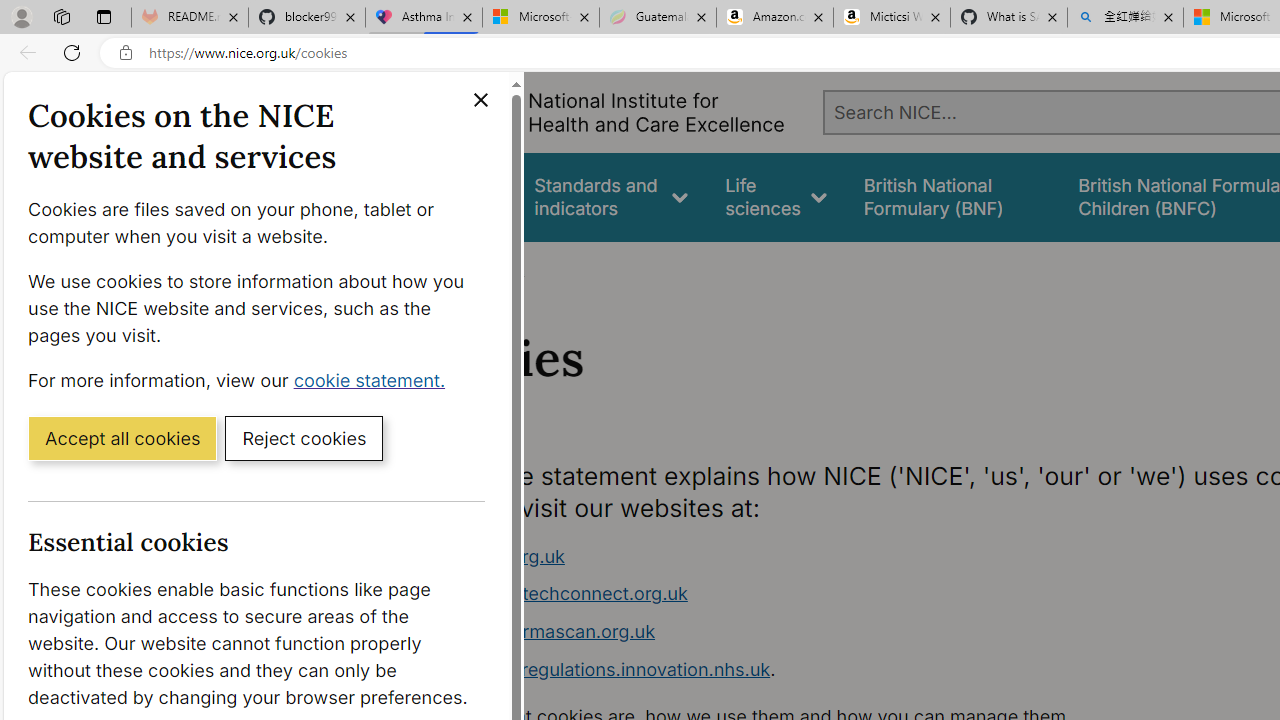 Image resolution: width=1280 pixels, height=720 pixels. Describe the element at coordinates (373, 379) in the screenshot. I see `'cookie statement. (Opens in a new window)'` at that location.